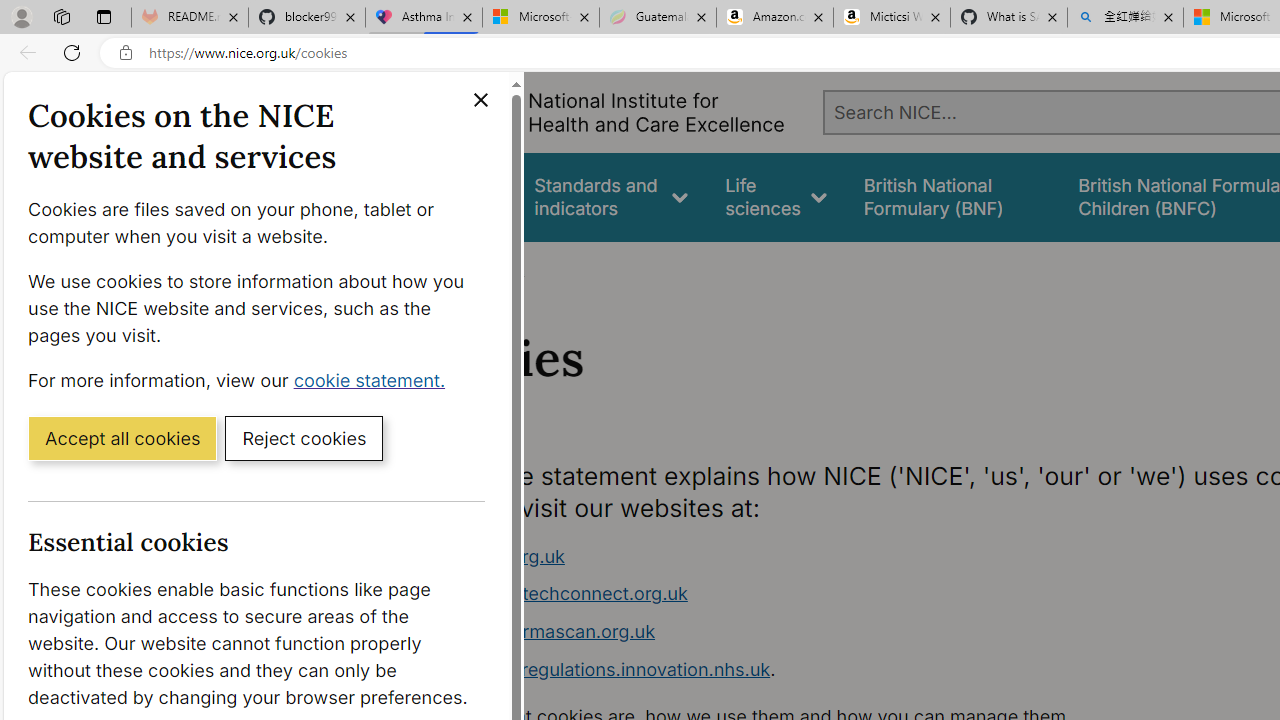 Image resolution: width=1280 pixels, height=720 pixels. Describe the element at coordinates (373, 379) in the screenshot. I see `'cookie statement. (Opens in a new window)'` at that location.